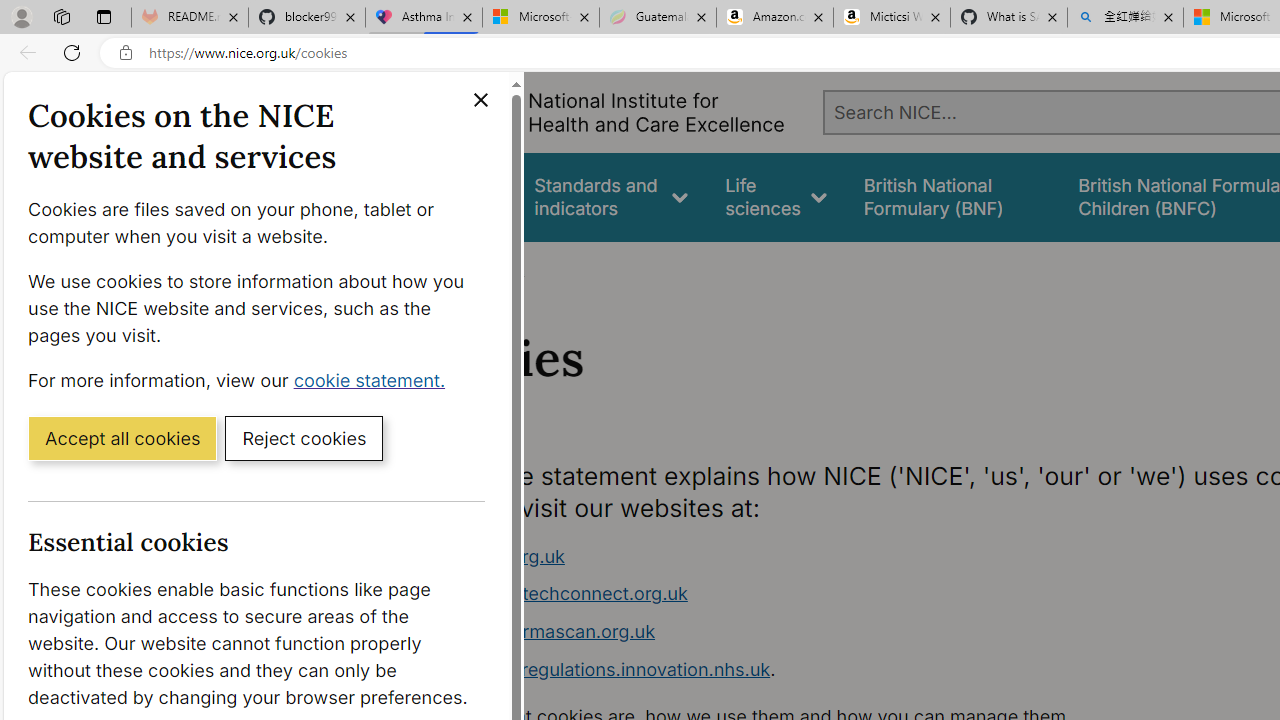 Image resolution: width=1280 pixels, height=720 pixels. Describe the element at coordinates (373, 379) in the screenshot. I see `'cookie statement. (Opens in a new window)'` at that location.